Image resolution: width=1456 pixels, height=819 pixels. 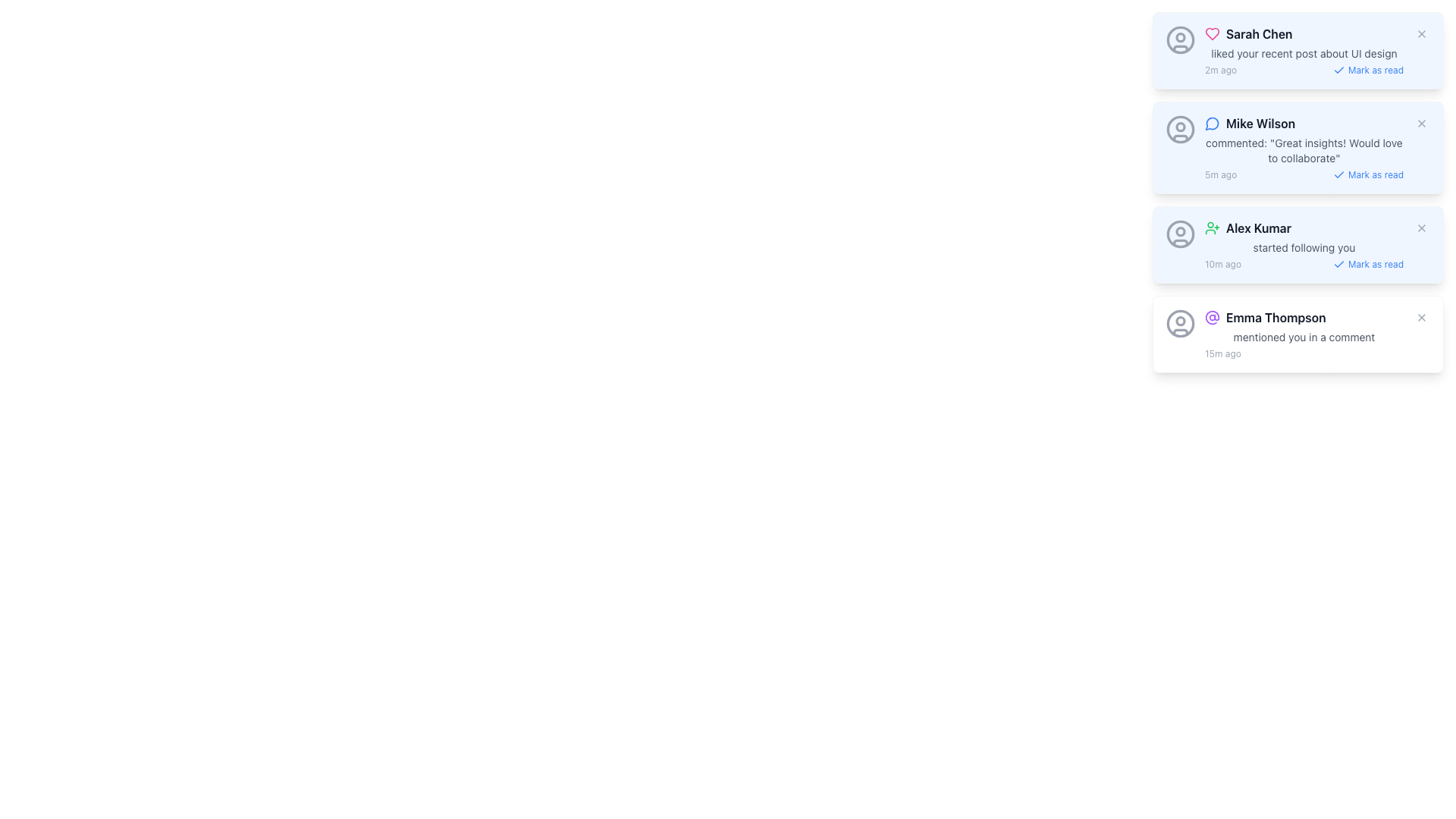 What do you see at coordinates (1303, 317) in the screenshot?
I see `text label 'Emma Thompson' which is styled in bold and accompanied by a purple '@' icon, located at the top left of a notification card before the message 'mentioned you in a comment'` at bounding box center [1303, 317].